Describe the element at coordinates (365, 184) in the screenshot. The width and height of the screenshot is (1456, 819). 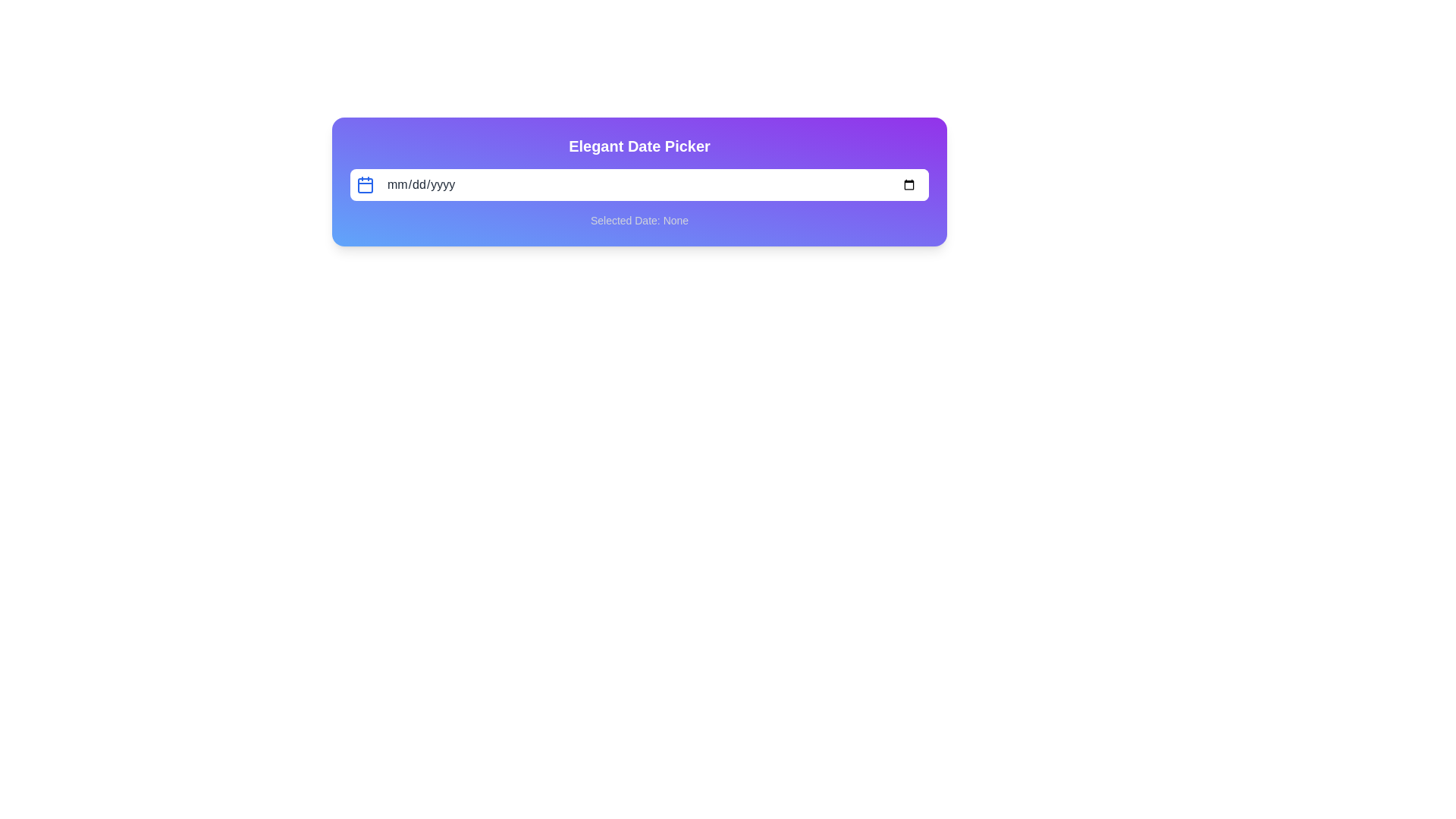
I see `the calendar icon located at the far left of the date picker component, adjacent to the 'mm/dd/yyyy' text input field` at that location.